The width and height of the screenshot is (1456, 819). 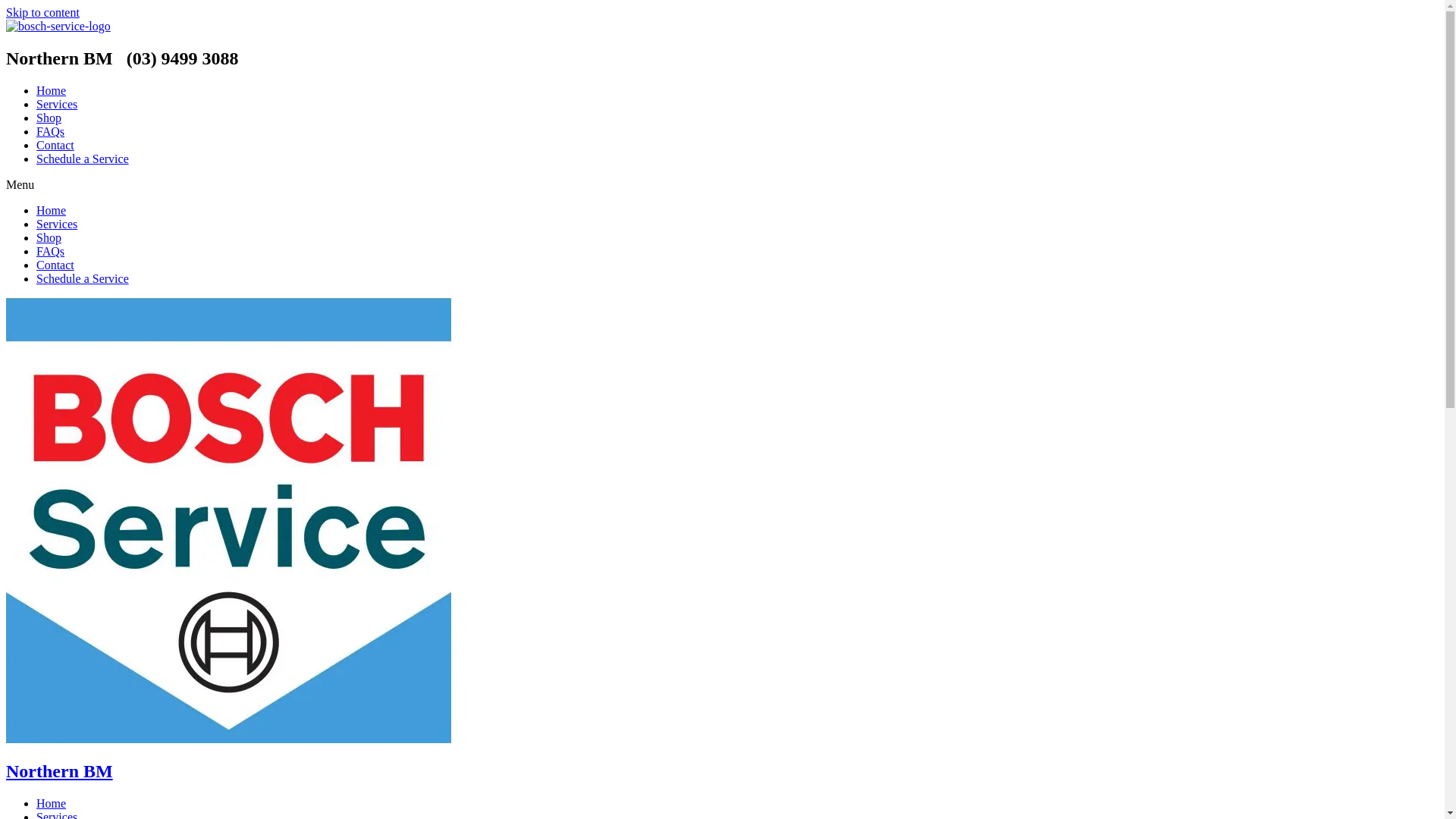 I want to click on 'Home', so click(x=51, y=210).